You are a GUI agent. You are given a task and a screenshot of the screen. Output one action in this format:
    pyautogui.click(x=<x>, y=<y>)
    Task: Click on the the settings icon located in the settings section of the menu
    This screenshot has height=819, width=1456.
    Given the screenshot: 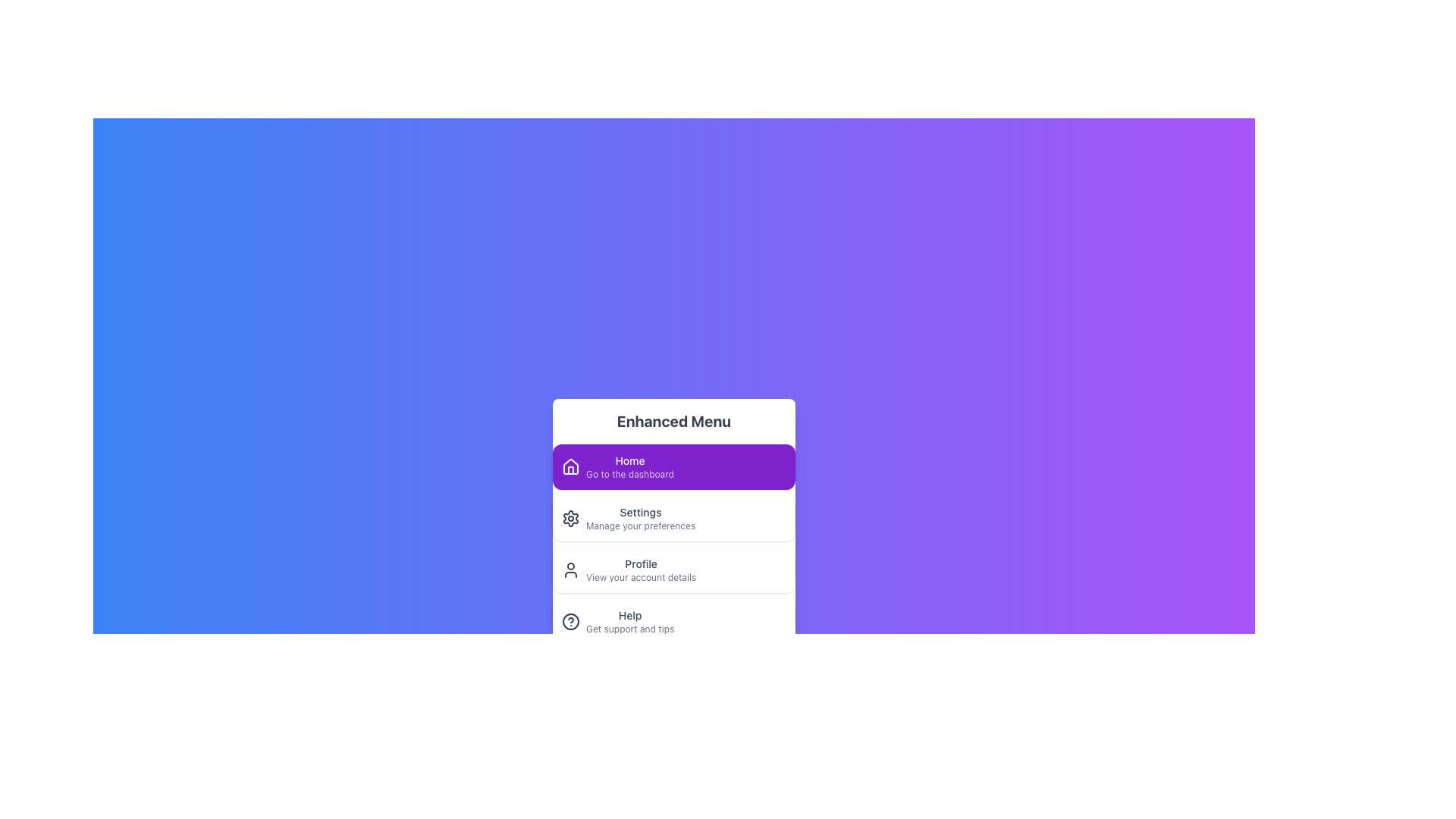 What is the action you would take?
    pyautogui.click(x=570, y=517)
    